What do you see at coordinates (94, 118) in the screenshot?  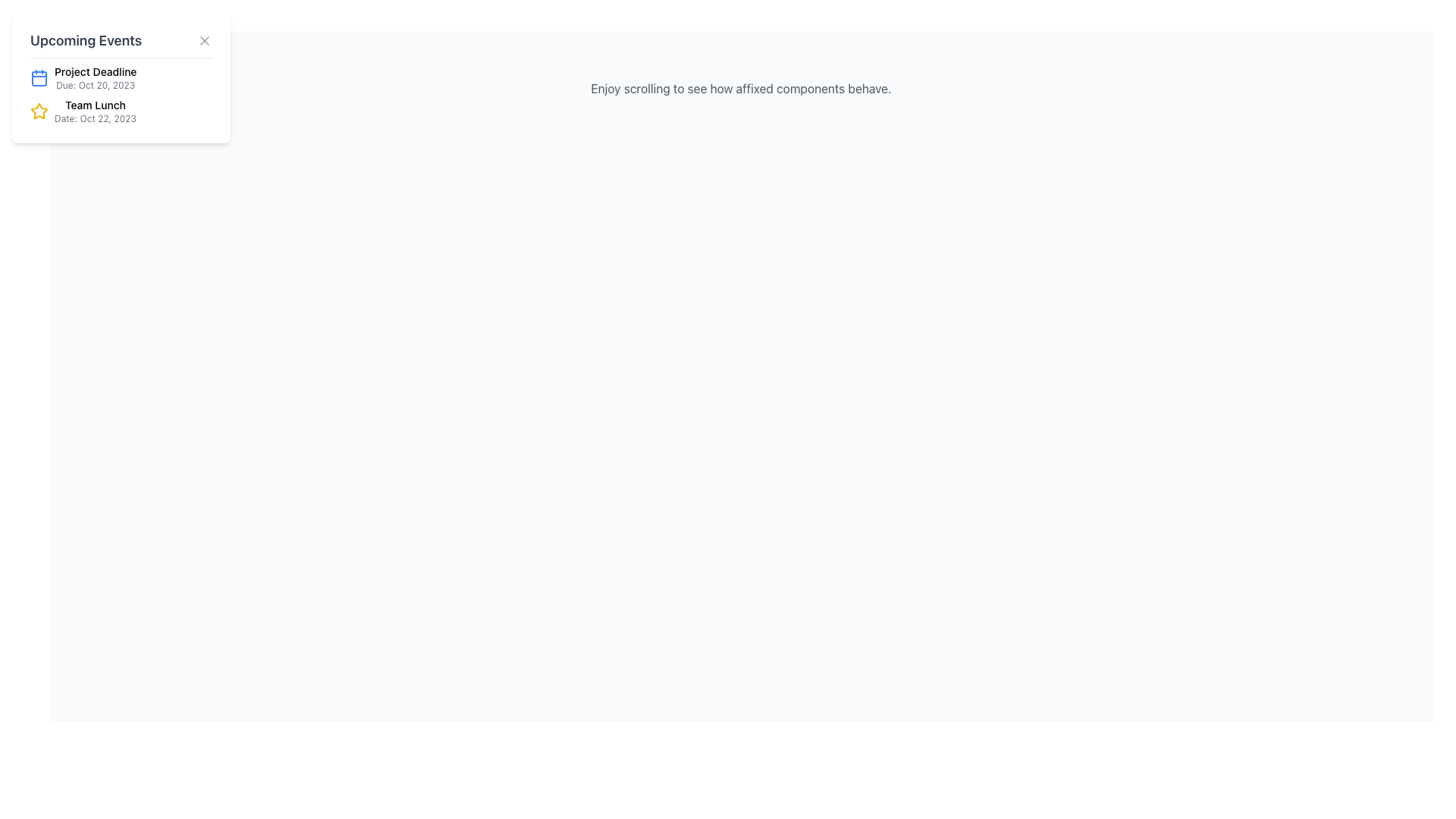 I see `the static text indicating the scheduled date of the 'Team Lunch' event, located below the 'Team Lunch' heading in the 'Upcoming Events' panel` at bounding box center [94, 118].